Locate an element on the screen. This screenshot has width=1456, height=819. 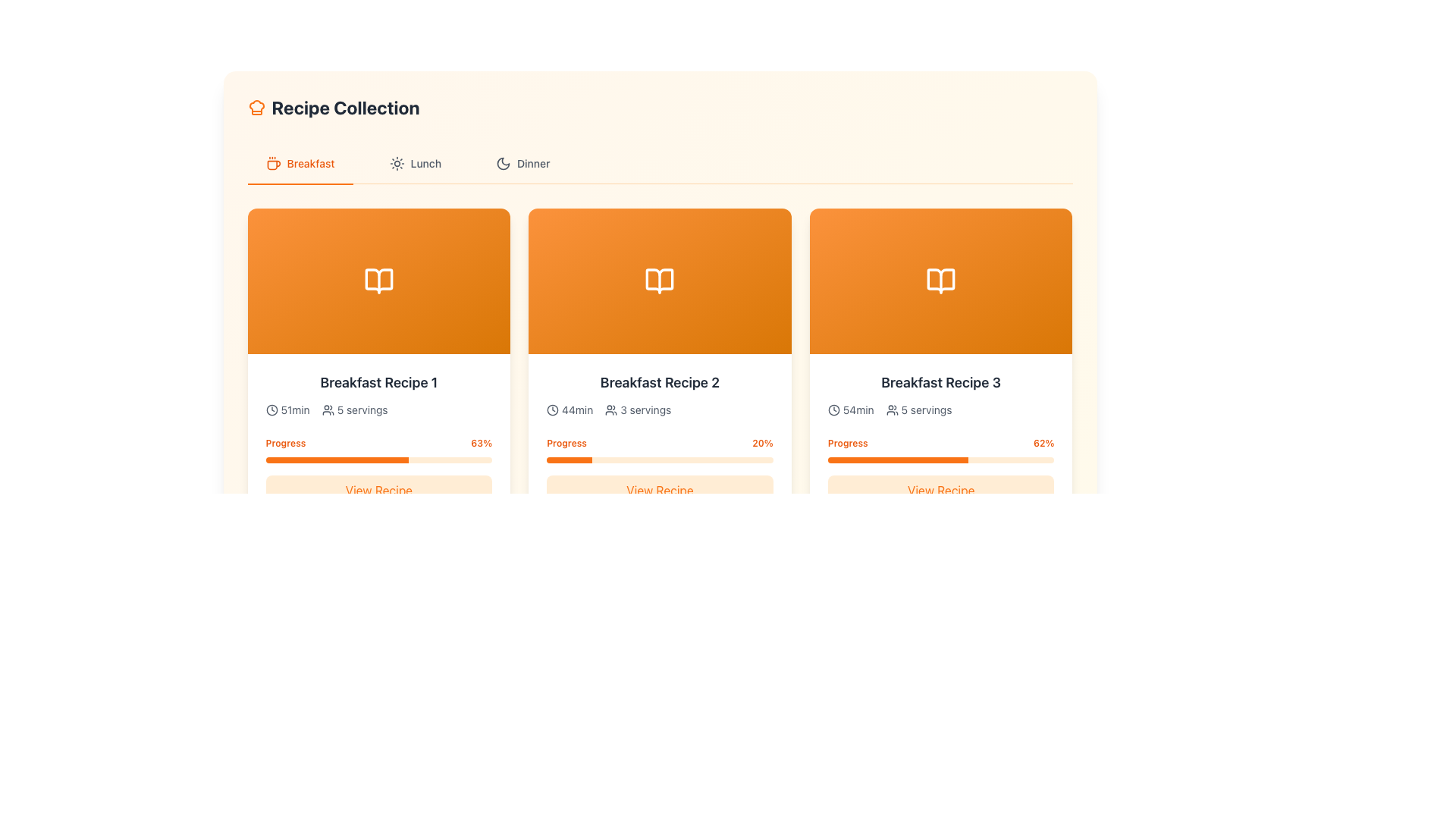
the details associated with the graphical header icon for the 'Breakfast Recipe 3' section, located at the top of the card in the third column under the 'Breakfast' tab is located at coordinates (940, 281).